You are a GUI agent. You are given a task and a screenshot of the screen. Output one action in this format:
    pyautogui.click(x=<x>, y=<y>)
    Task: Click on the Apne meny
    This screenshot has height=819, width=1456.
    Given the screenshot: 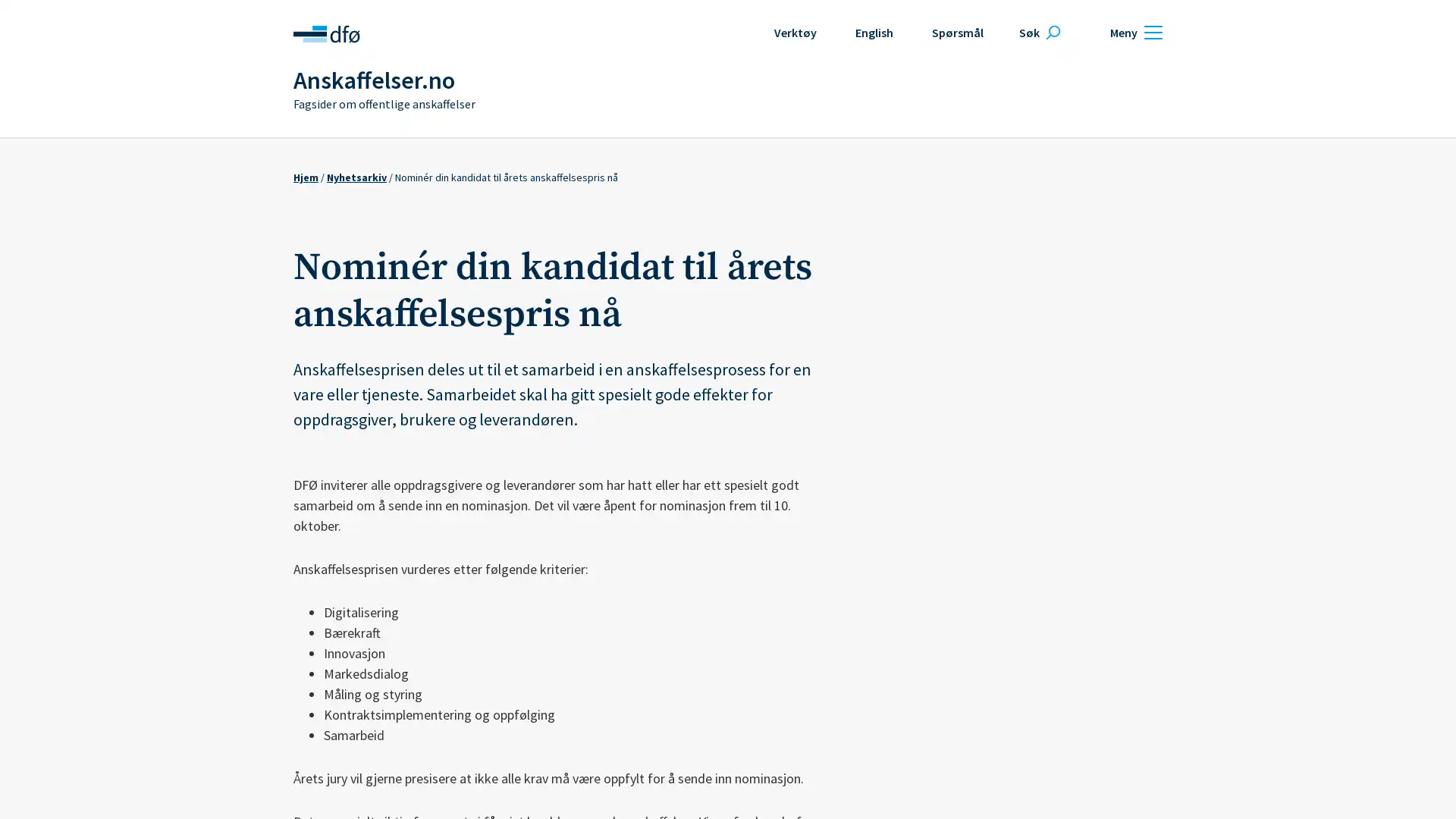 What is the action you would take?
    pyautogui.click(x=1134, y=32)
    